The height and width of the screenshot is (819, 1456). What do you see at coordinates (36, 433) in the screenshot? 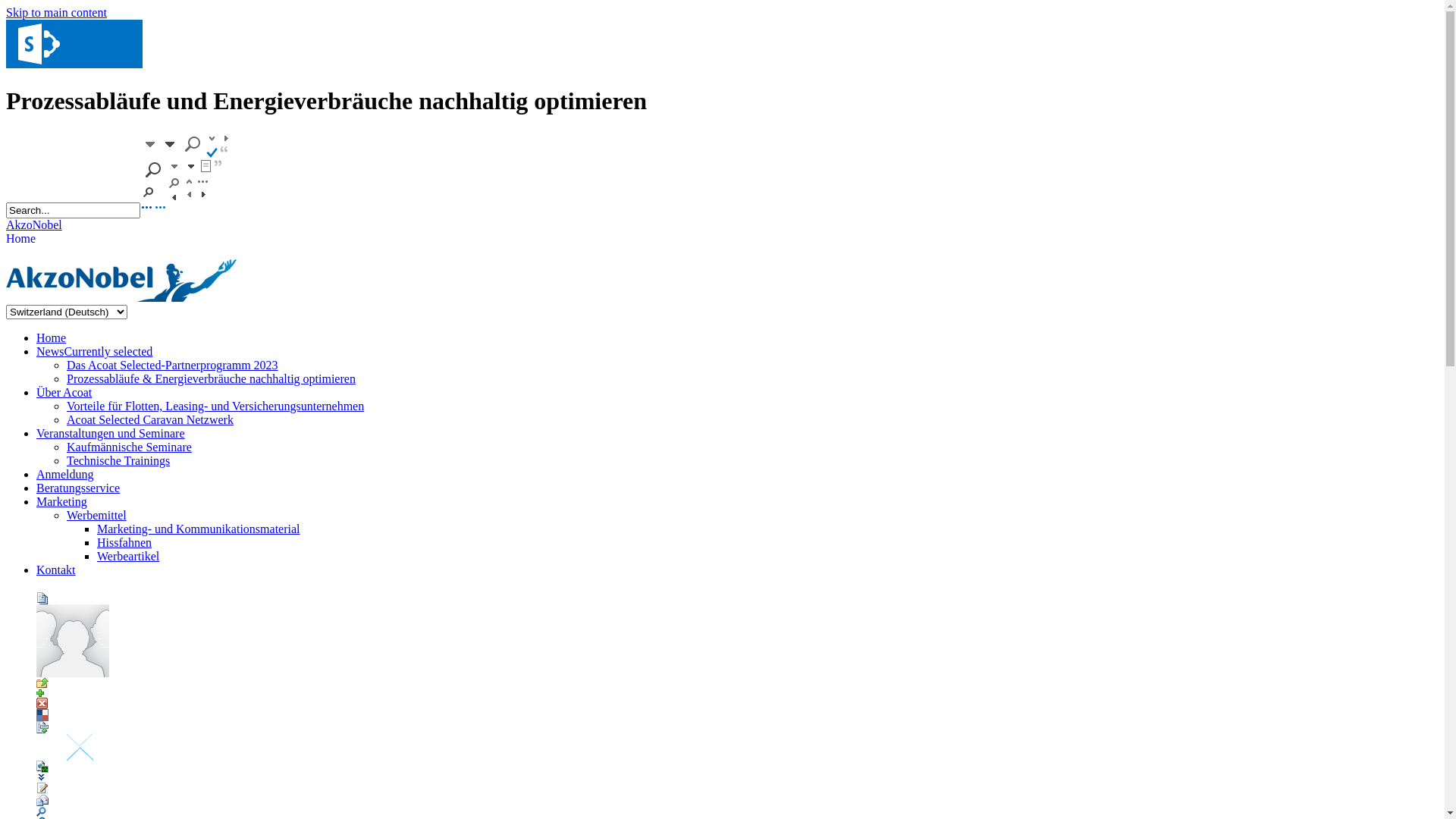
I see `'Veranstaltungen und Seminare'` at bounding box center [36, 433].